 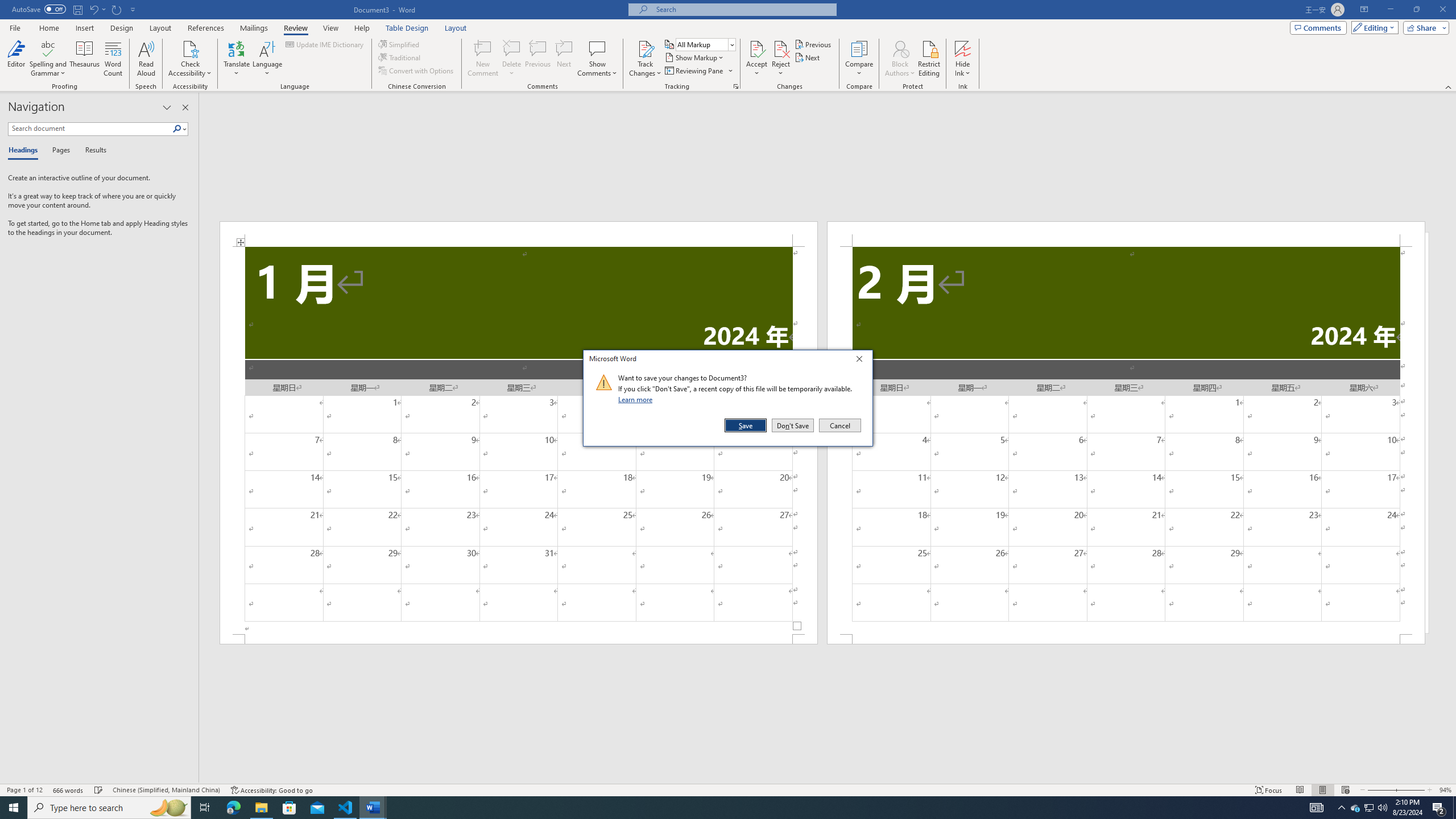 I want to click on 'Spelling and Grammar', so click(x=48, y=59).